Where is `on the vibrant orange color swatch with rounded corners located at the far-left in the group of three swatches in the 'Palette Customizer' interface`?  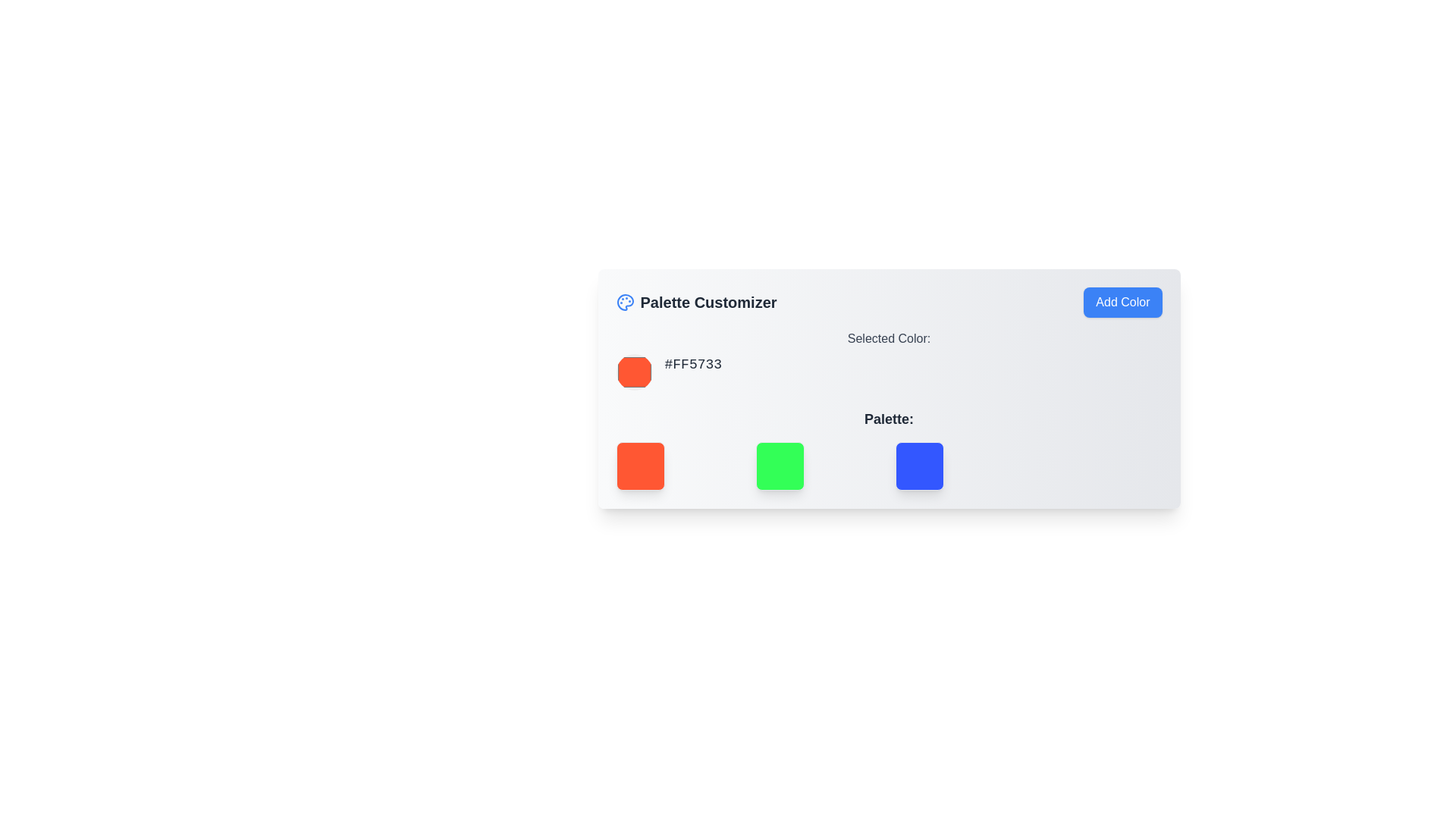
on the vibrant orange color swatch with rounded corners located at the far-left in the group of three swatches in the 'Palette Customizer' interface is located at coordinates (679, 465).